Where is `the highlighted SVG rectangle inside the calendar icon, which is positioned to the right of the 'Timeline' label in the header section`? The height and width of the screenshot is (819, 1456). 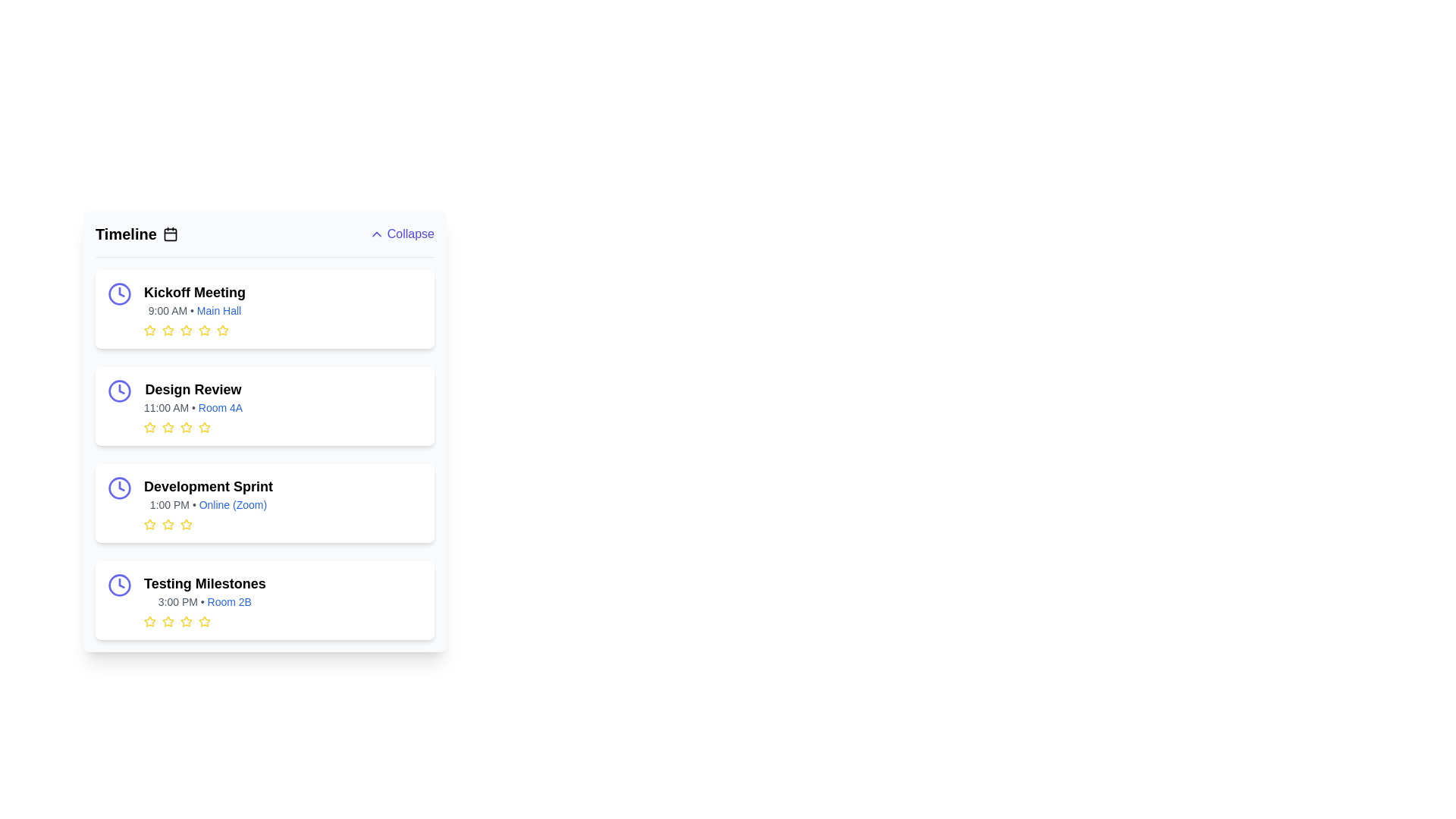 the highlighted SVG rectangle inside the calendar icon, which is positioned to the right of the 'Timeline' label in the header section is located at coordinates (170, 234).